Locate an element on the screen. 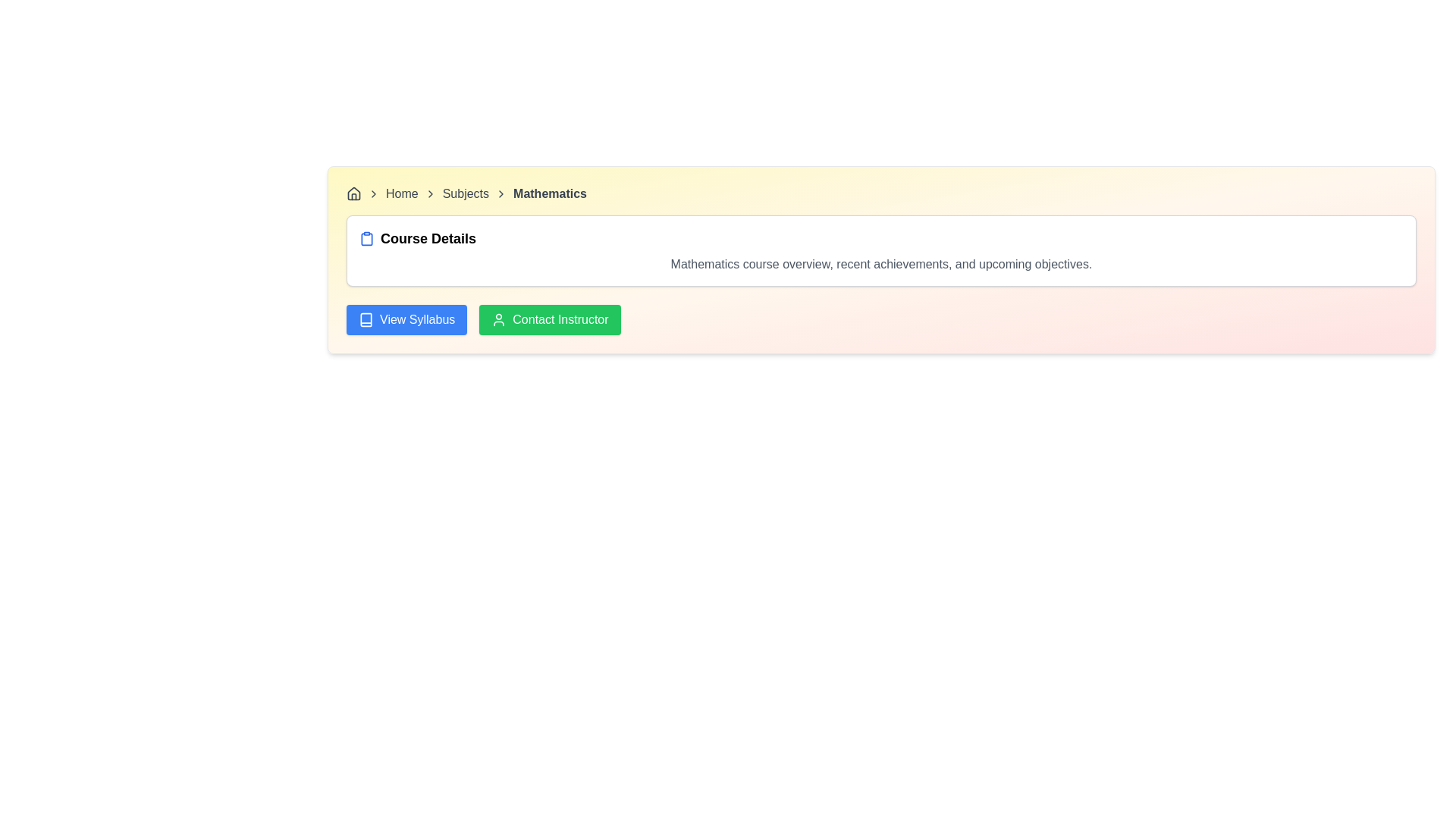  the 'Subjects' text label in the breadcrumb navigation bar is located at coordinates (465, 193).